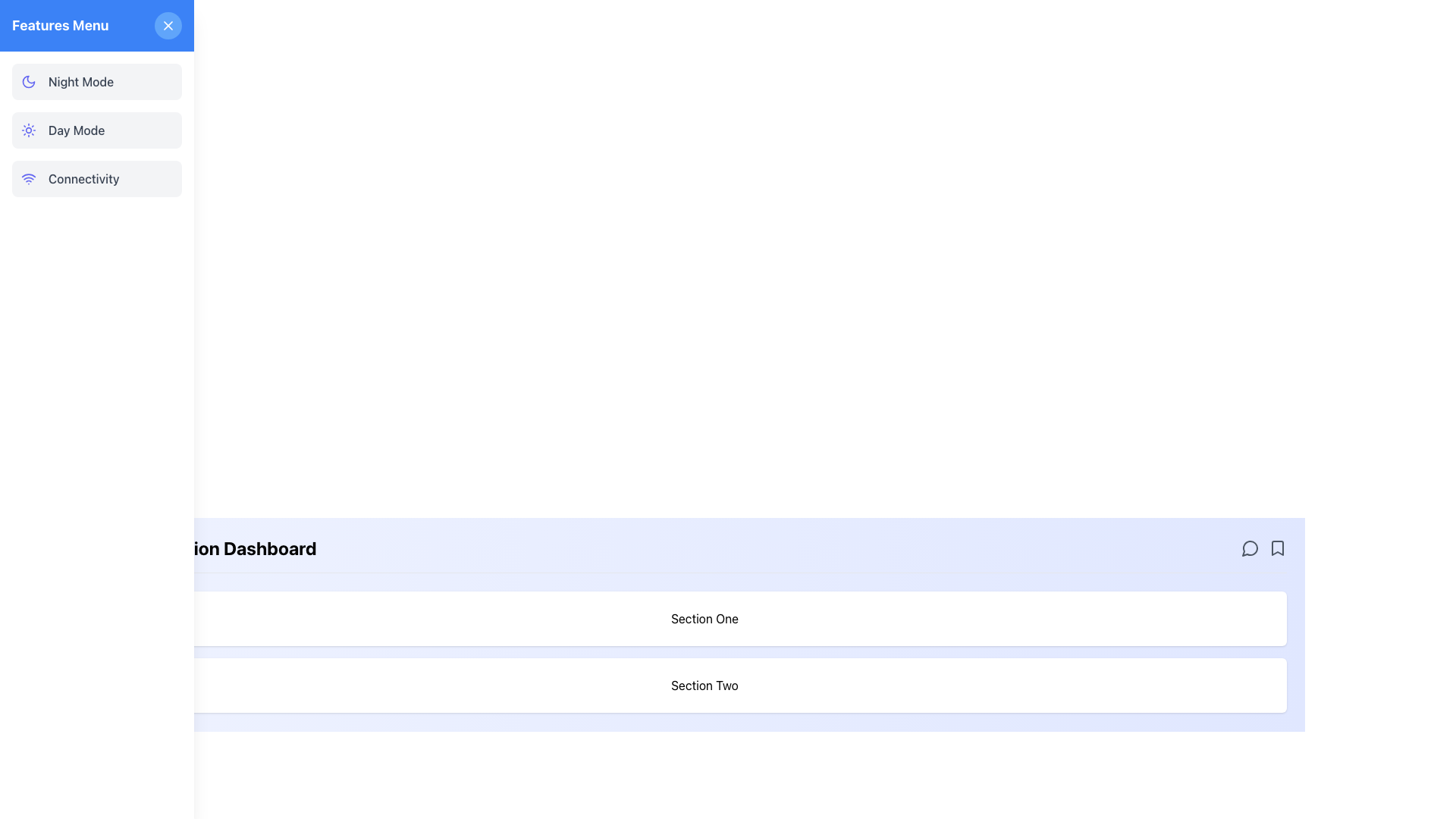  What do you see at coordinates (1276, 548) in the screenshot?
I see `the small bookmark SVG icon outlined in dark gray located in the top-right corner of the lower blue section of the interface` at bounding box center [1276, 548].